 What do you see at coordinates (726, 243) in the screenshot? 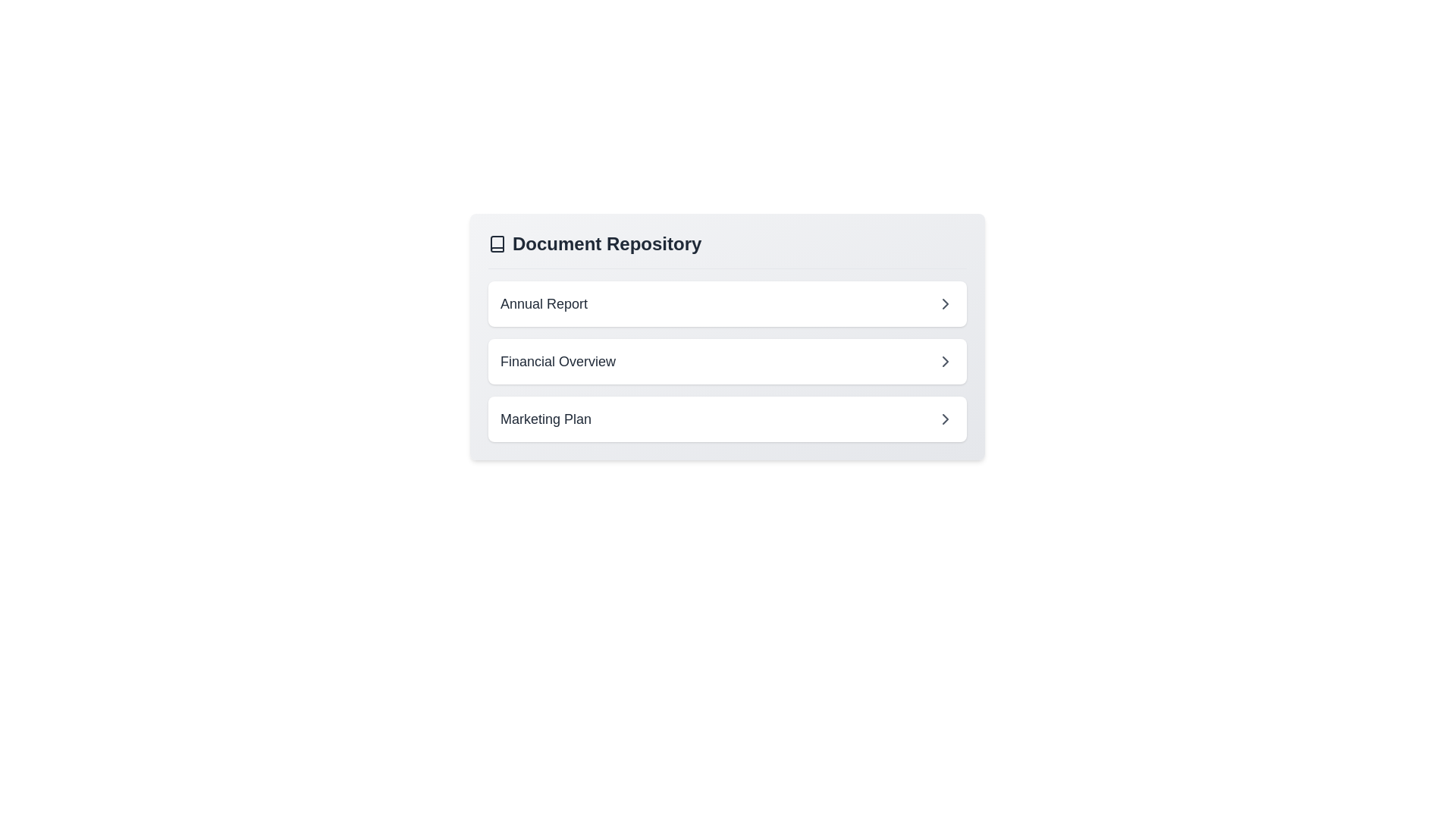
I see `the section represented` at bounding box center [726, 243].